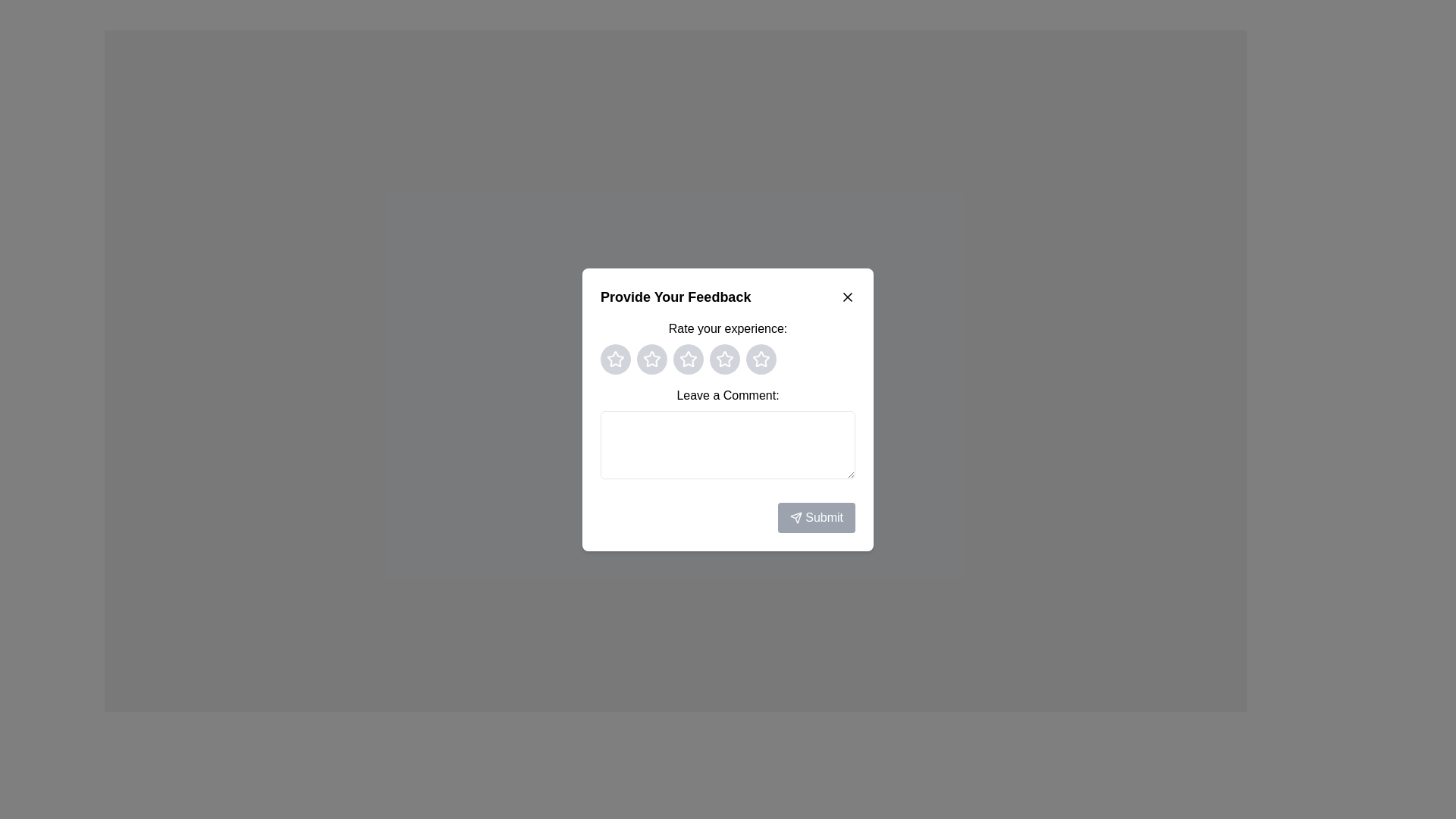 The width and height of the screenshot is (1456, 819). What do you see at coordinates (651, 359) in the screenshot?
I see `the second rating star button, which represents a 2-star rating, located just beneath the 'Rate your experience' label in the modal interface` at bounding box center [651, 359].